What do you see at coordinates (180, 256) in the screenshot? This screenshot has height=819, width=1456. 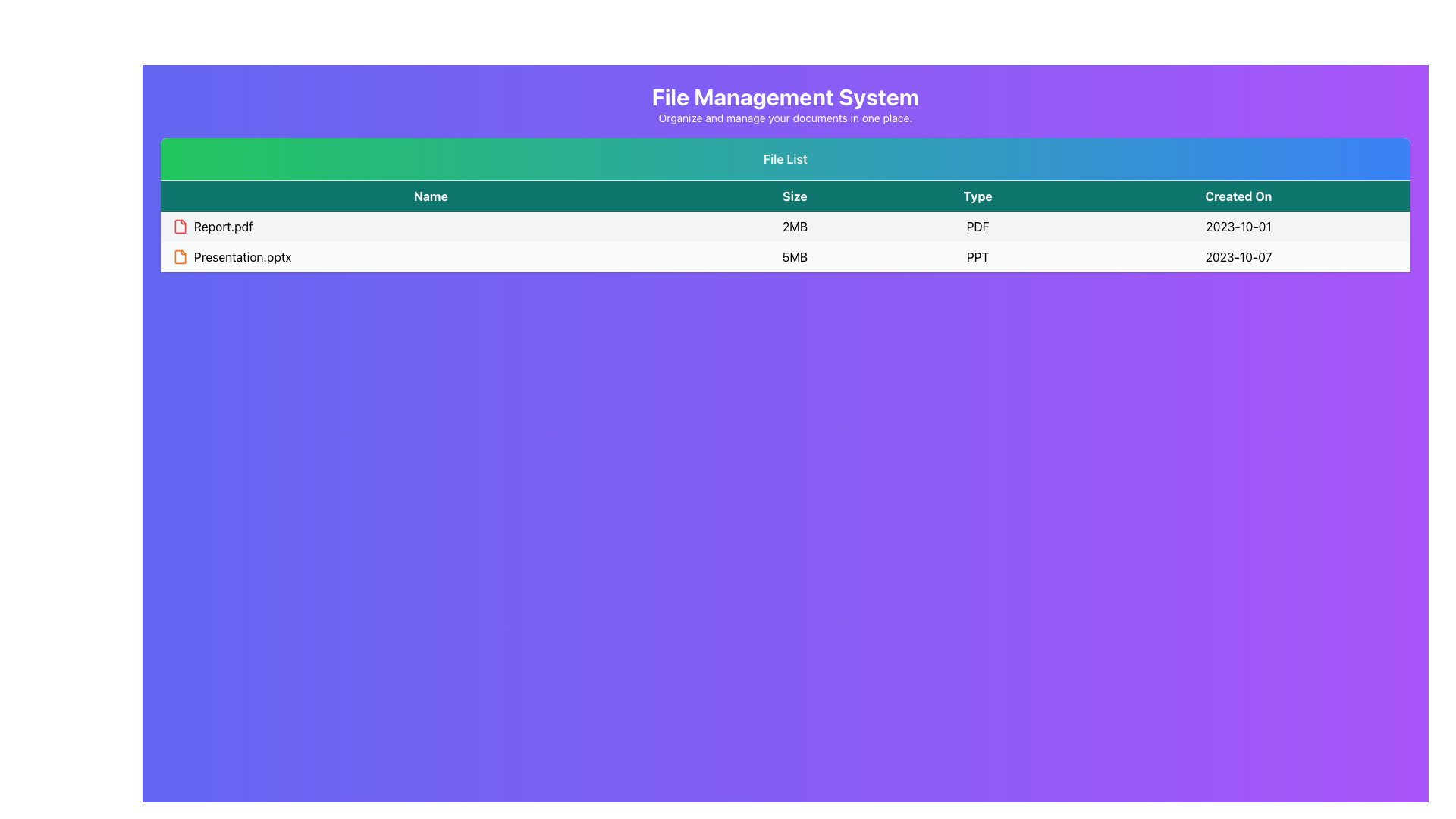 I see `the icon resembling a document or file in the 'Name' column of the second row of the table, which is adjacent to the text 'Presentation.pptx'` at bounding box center [180, 256].